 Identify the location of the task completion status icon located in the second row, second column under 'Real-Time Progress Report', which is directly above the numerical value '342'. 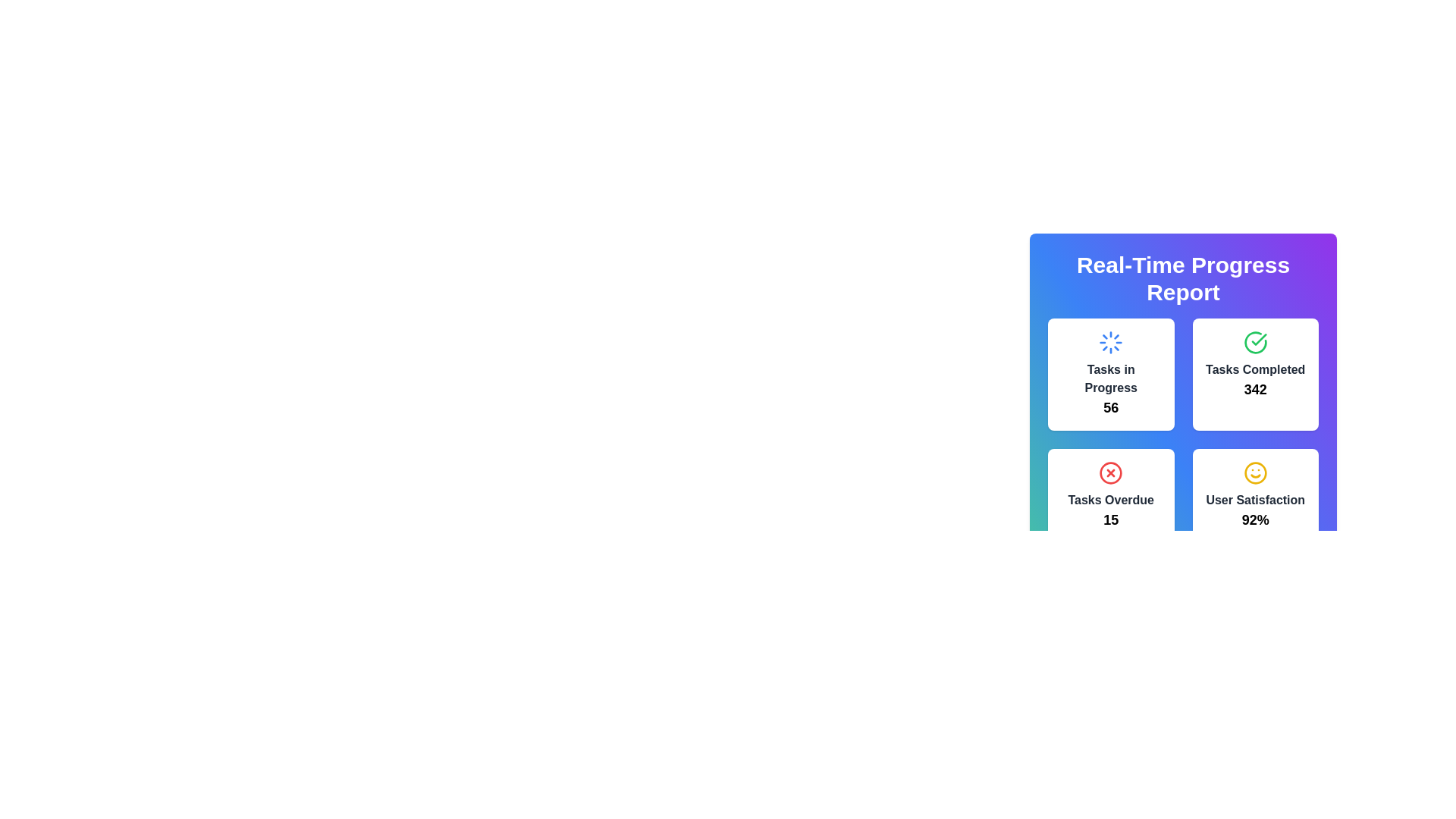
(1255, 342).